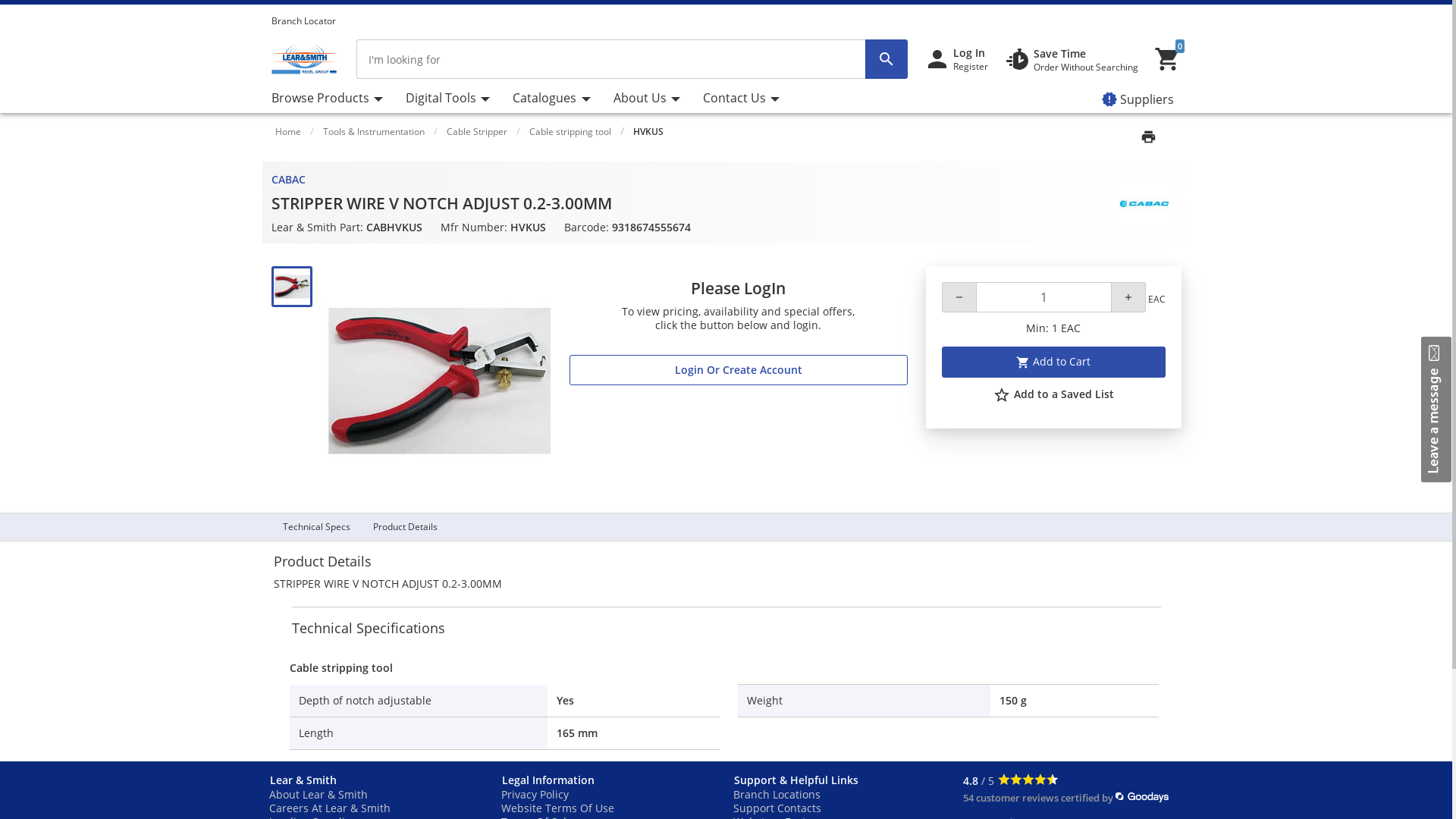 This screenshot has width=1456, height=819. I want to click on 'star_border Add to a Saved List', so click(1052, 394).